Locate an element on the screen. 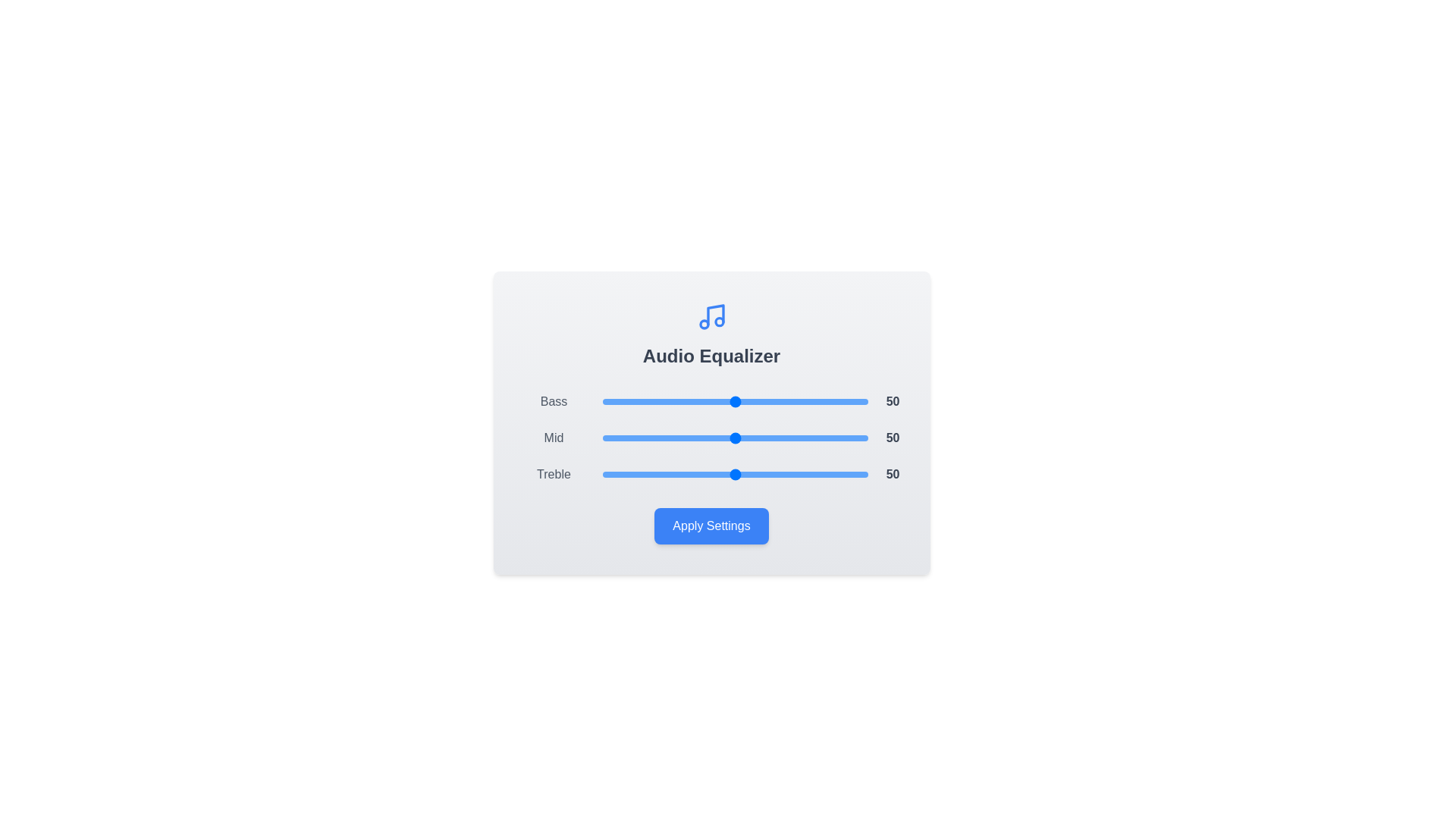 Image resolution: width=1456 pixels, height=819 pixels. the Treble slider to 9 is located at coordinates (626, 473).